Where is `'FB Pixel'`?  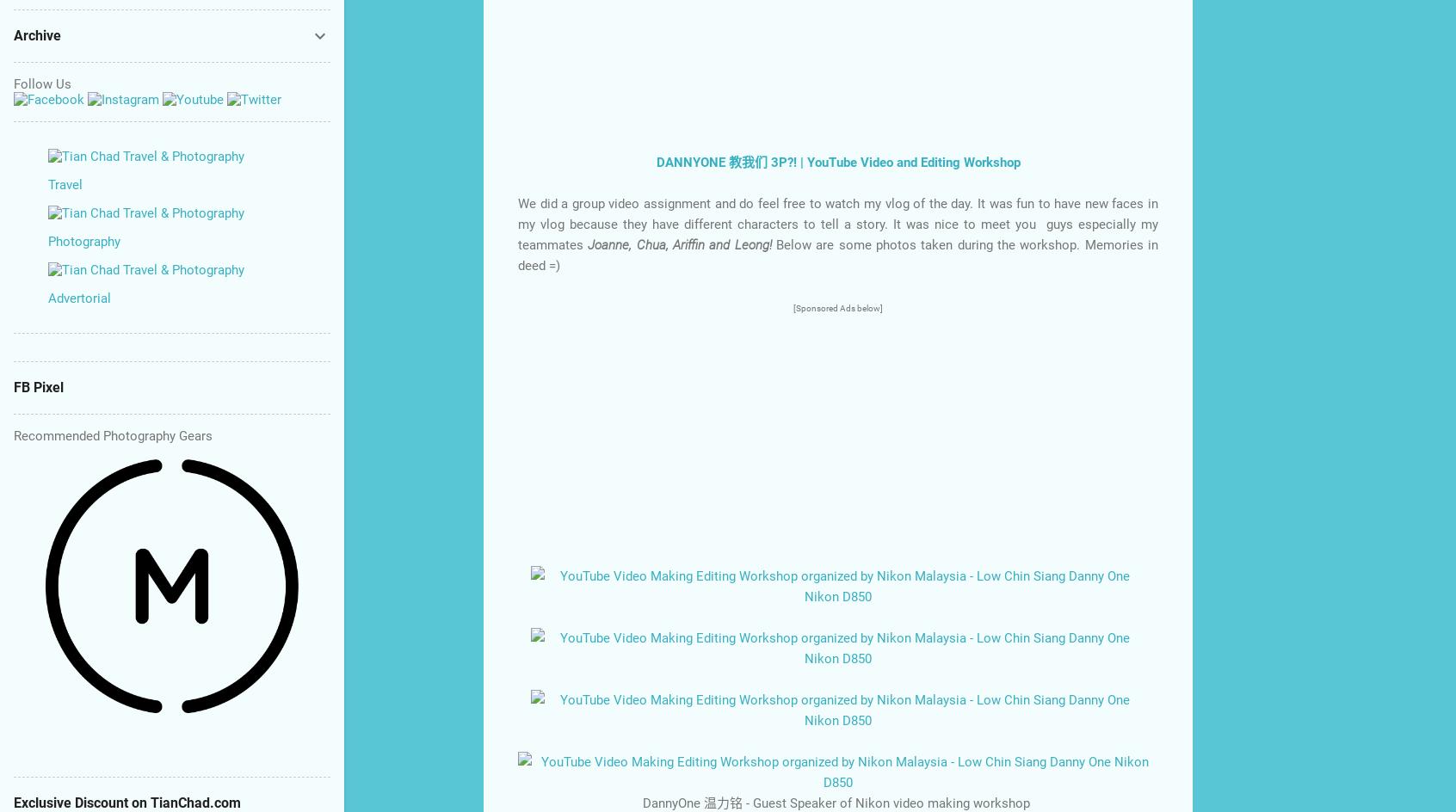 'FB Pixel' is located at coordinates (38, 386).